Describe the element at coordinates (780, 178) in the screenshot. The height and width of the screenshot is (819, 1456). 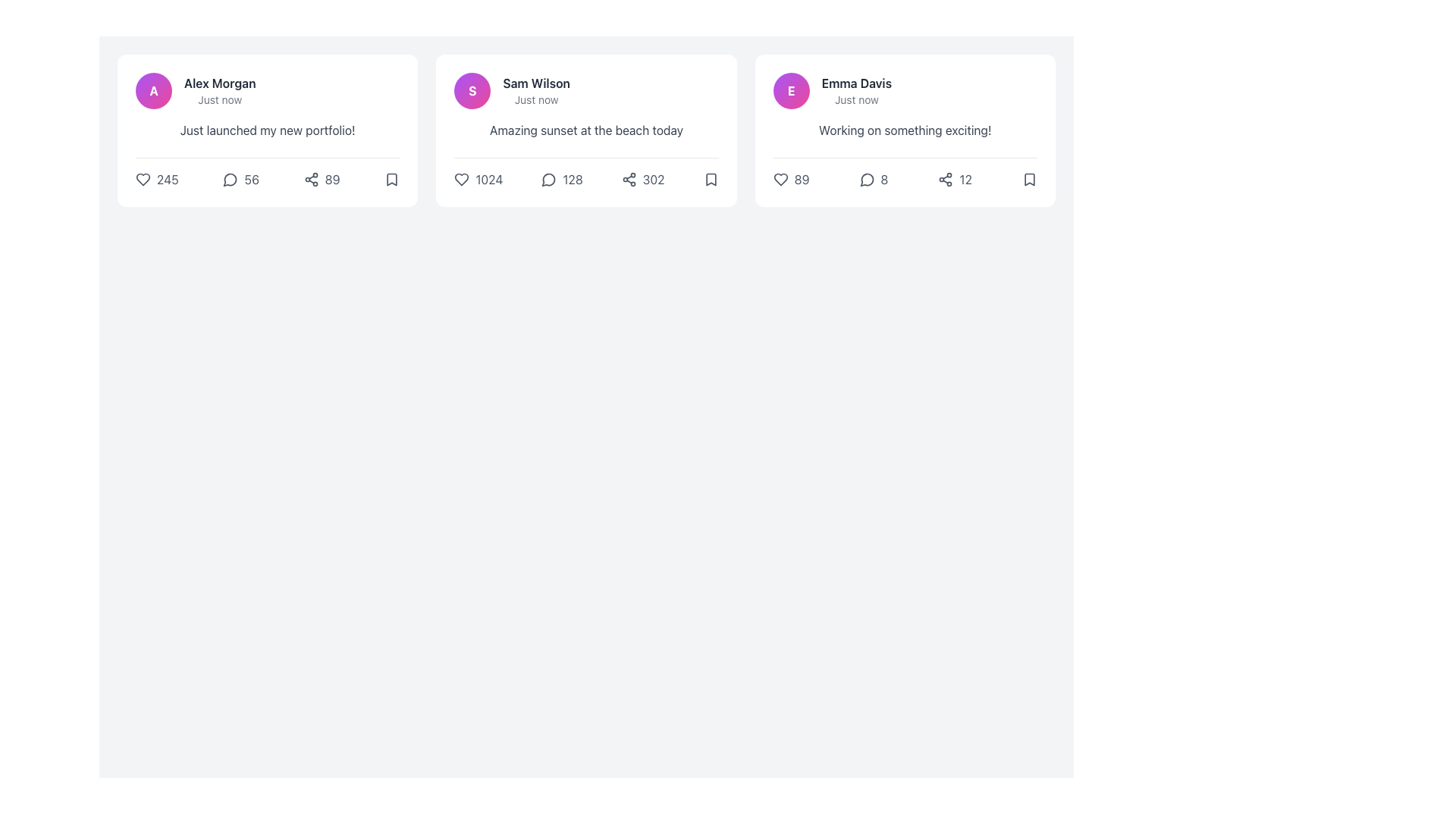
I see `the heart icon located in the interaction row of the card for user 'Emma Davis'` at that location.